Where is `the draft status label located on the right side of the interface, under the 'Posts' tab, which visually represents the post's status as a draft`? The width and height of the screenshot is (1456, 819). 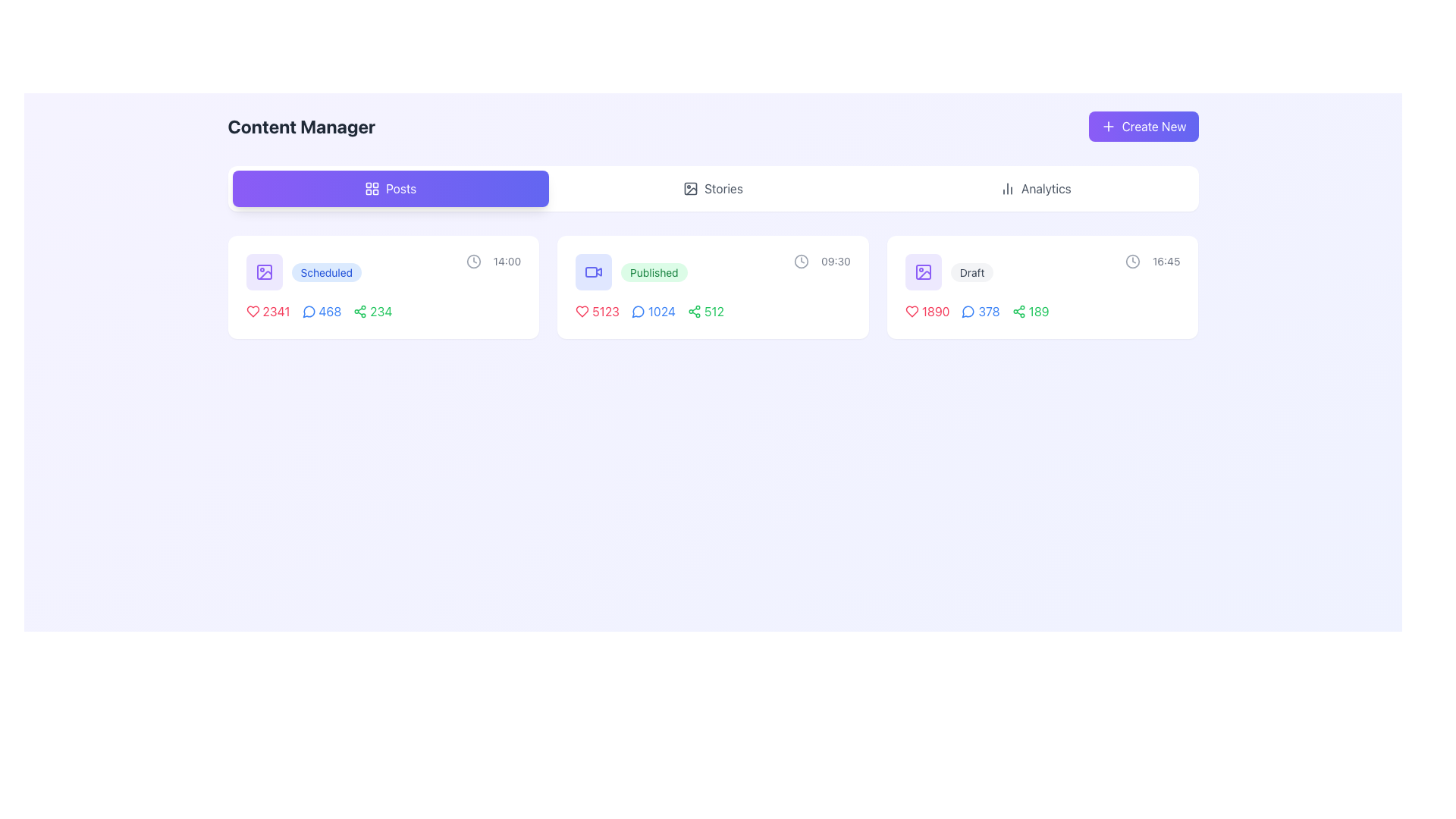 the draft status label located on the right side of the interface, under the 'Posts' tab, which visually represents the post's status as a draft is located at coordinates (972, 271).